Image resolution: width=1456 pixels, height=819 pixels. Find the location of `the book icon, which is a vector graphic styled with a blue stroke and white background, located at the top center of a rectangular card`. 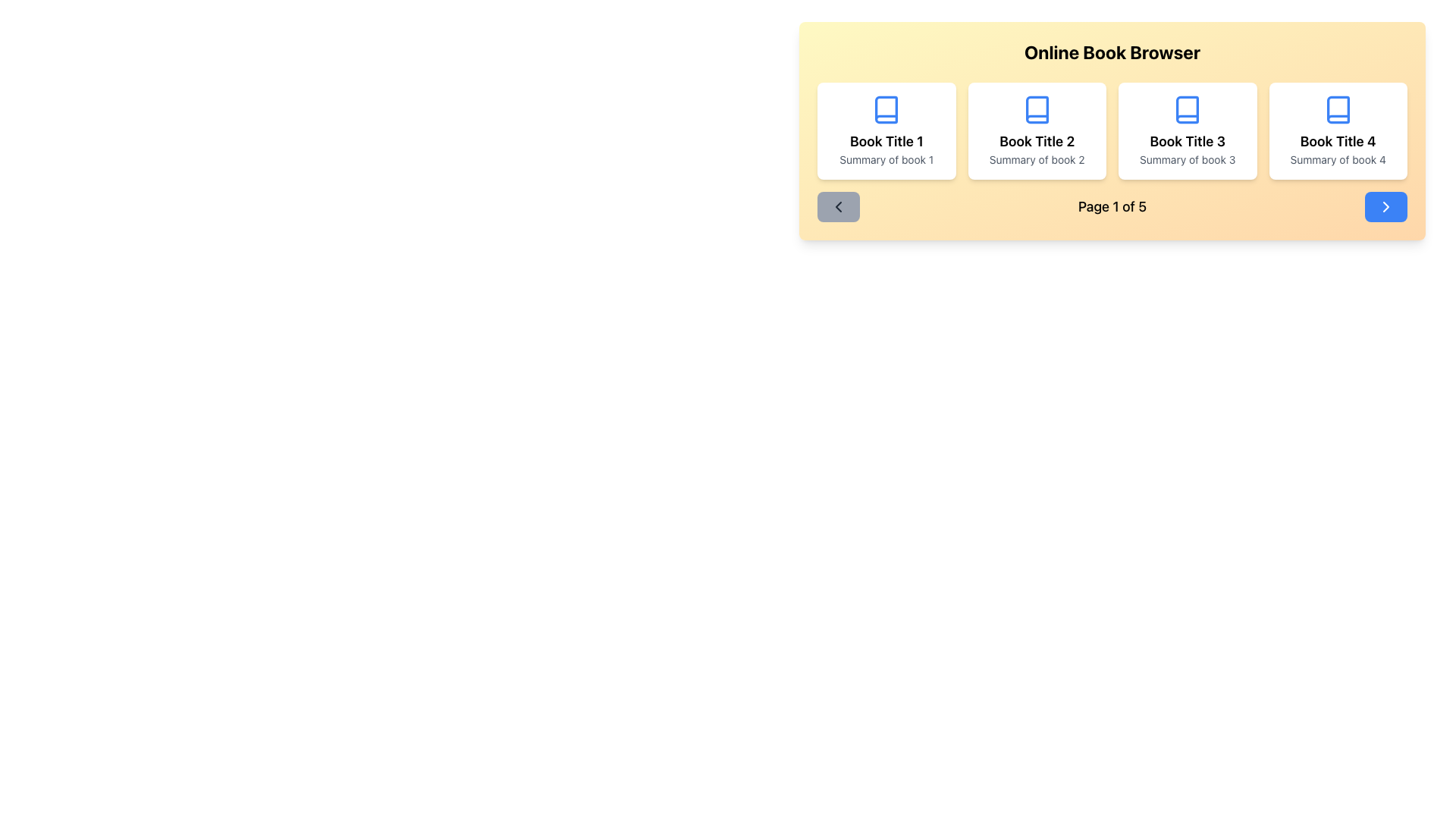

the book icon, which is a vector graphic styled with a blue stroke and white background, located at the top center of a rectangular card is located at coordinates (1036, 109).